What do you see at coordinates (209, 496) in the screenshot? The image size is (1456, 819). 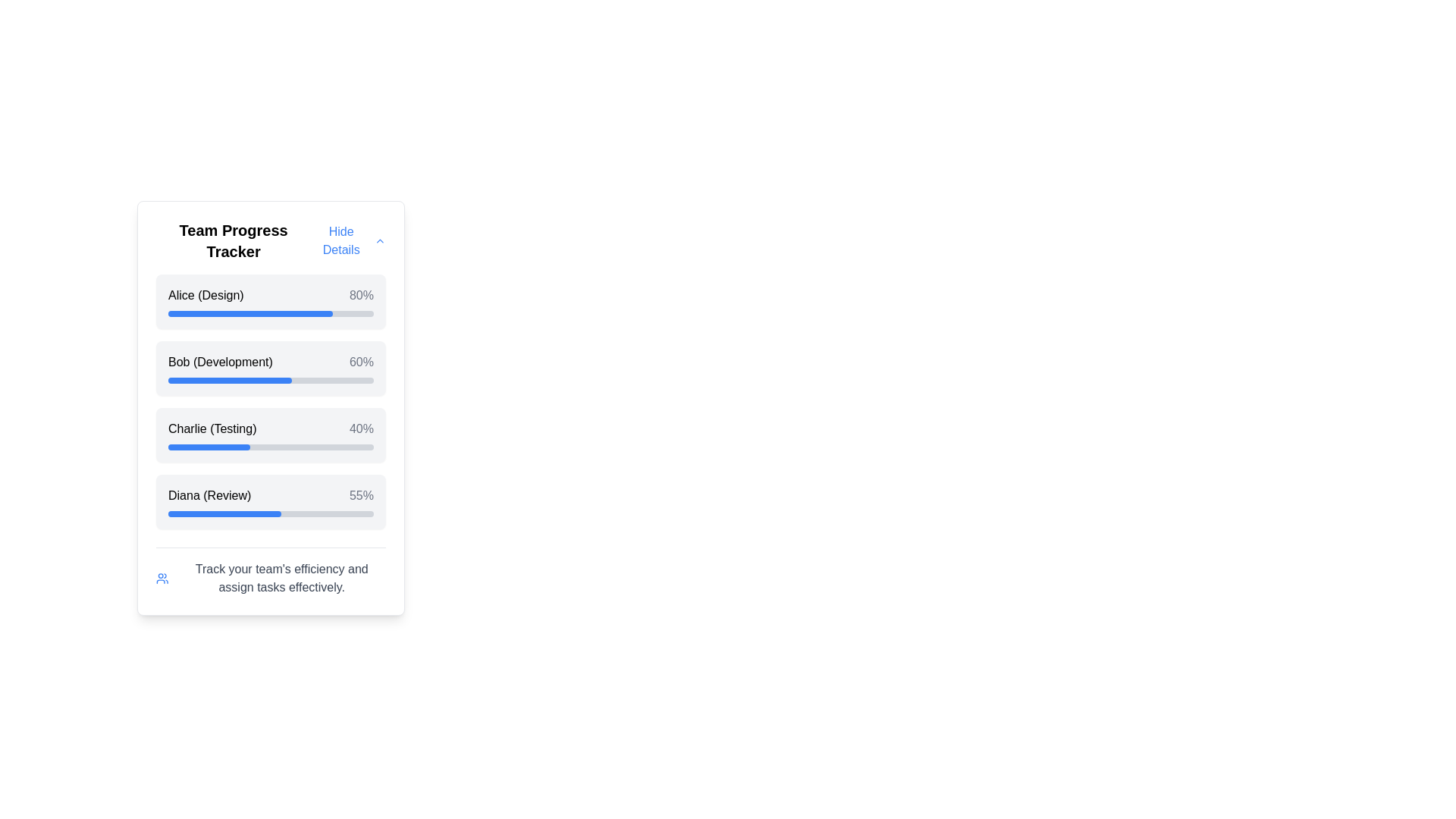 I see `the text label identifying the team member or task 'Diana (Review)' located in the fourth row of the 'Team Progress Tracker'` at bounding box center [209, 496].